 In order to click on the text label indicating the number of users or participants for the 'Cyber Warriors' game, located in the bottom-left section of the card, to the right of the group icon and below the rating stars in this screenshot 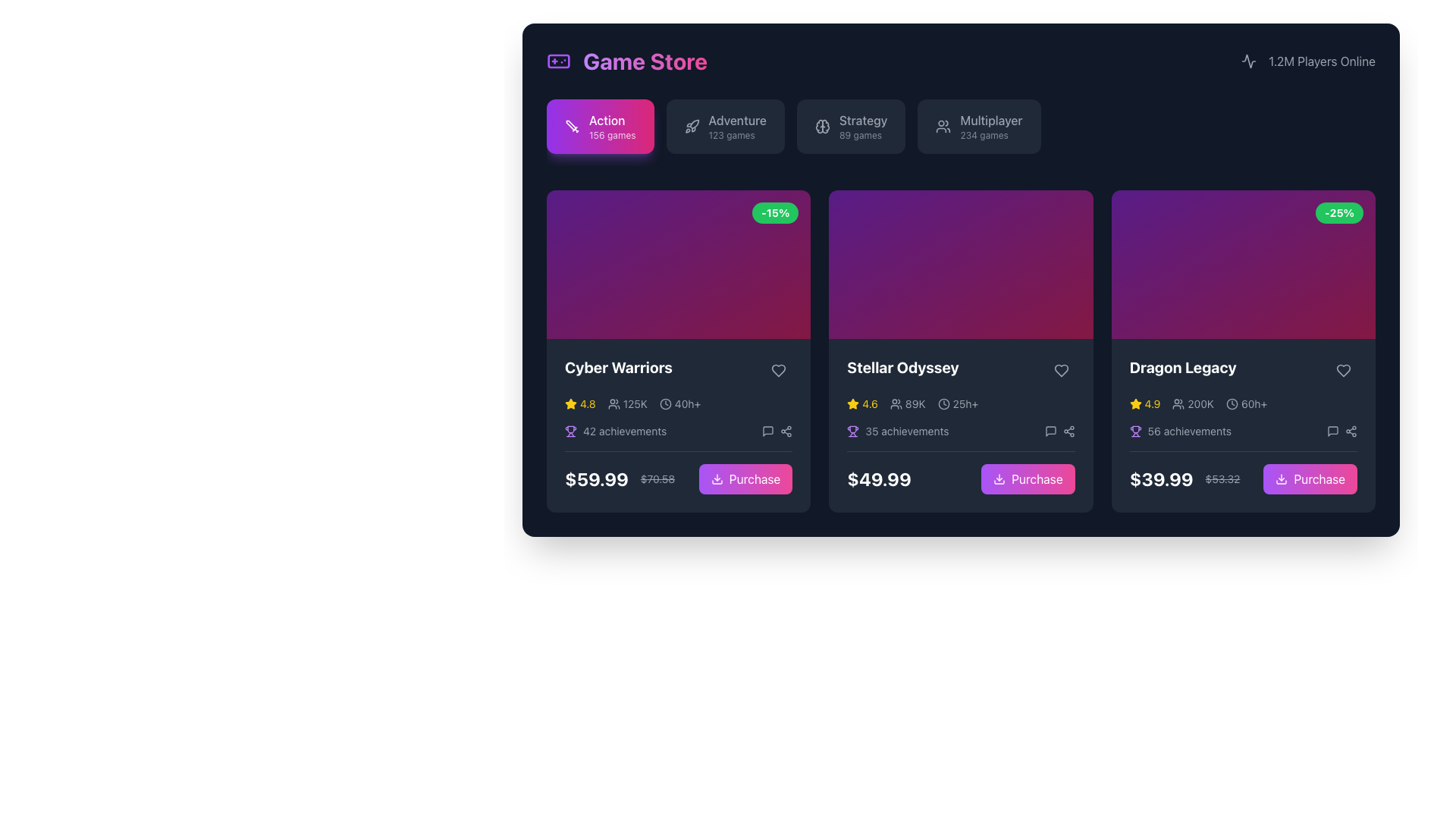, I will do `click(635, 403)`.